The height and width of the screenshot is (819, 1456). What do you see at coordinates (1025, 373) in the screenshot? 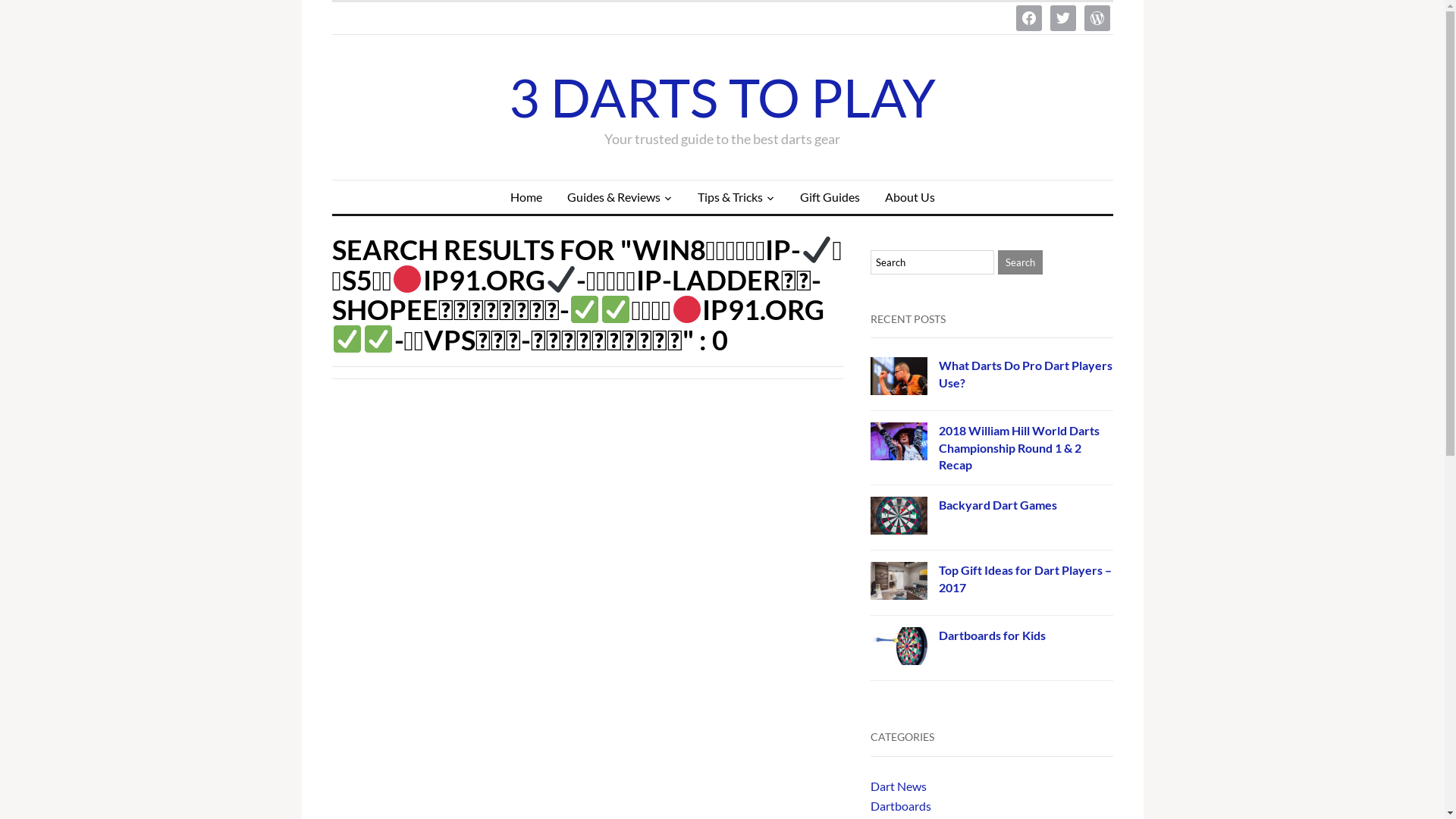
I see `'What Darts Do Pro Dart Players Use?'` at bounding box center [1025, 373].